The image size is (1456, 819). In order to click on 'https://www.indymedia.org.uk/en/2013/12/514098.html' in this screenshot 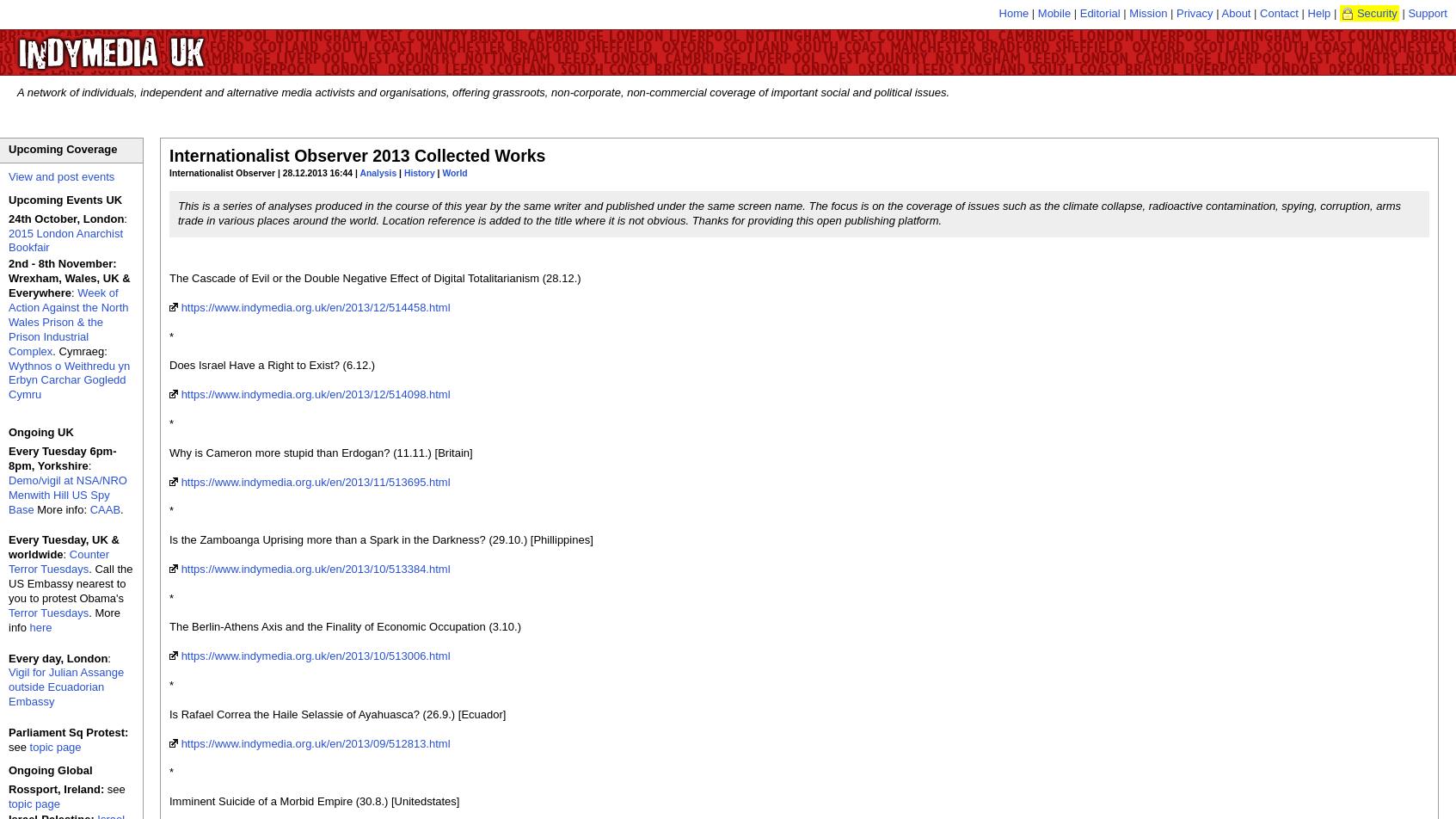, I will do `click(315, 394)`.